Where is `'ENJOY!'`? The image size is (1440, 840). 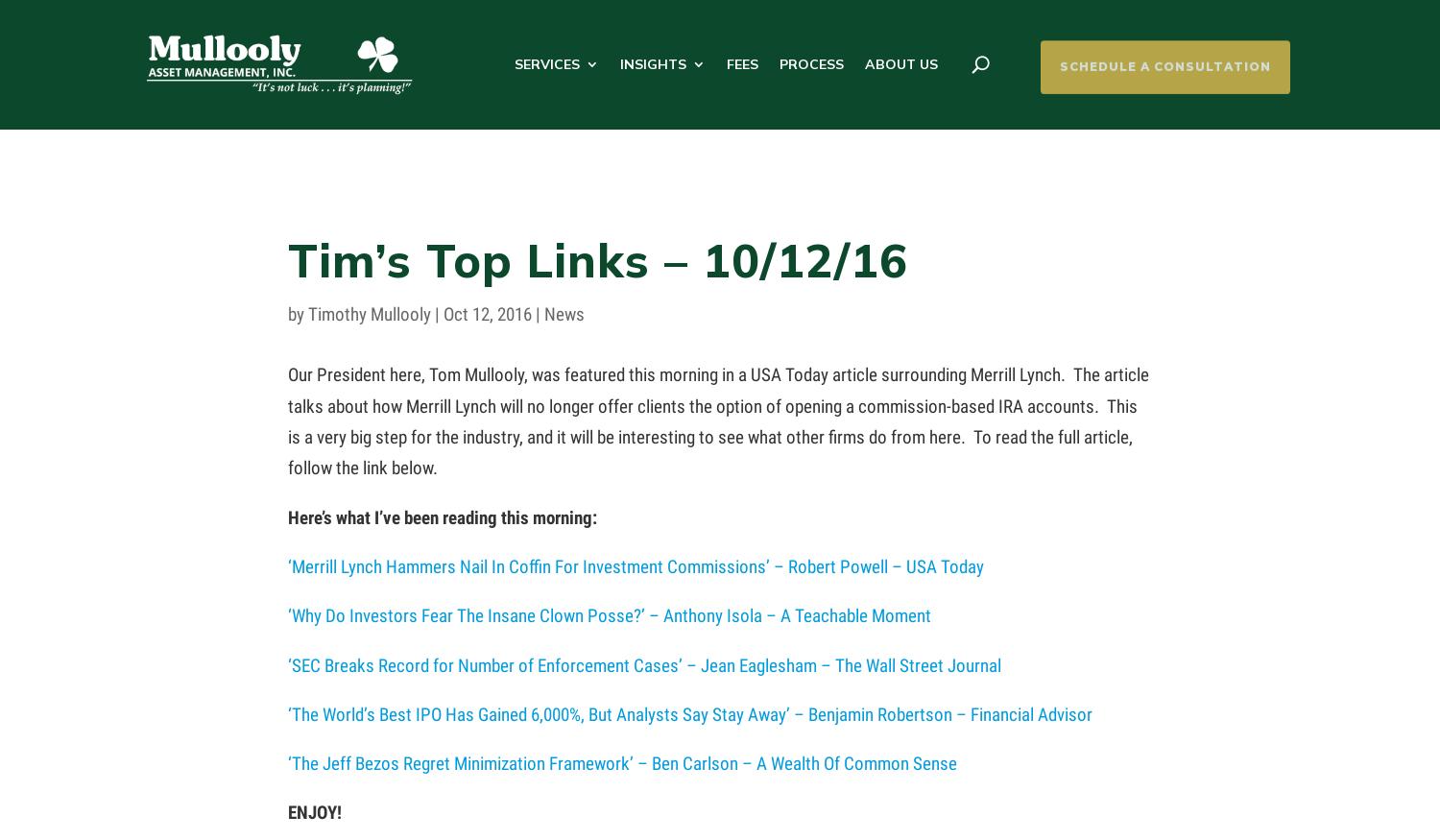 'ENJOY!' is located at coordinates (314, 812).